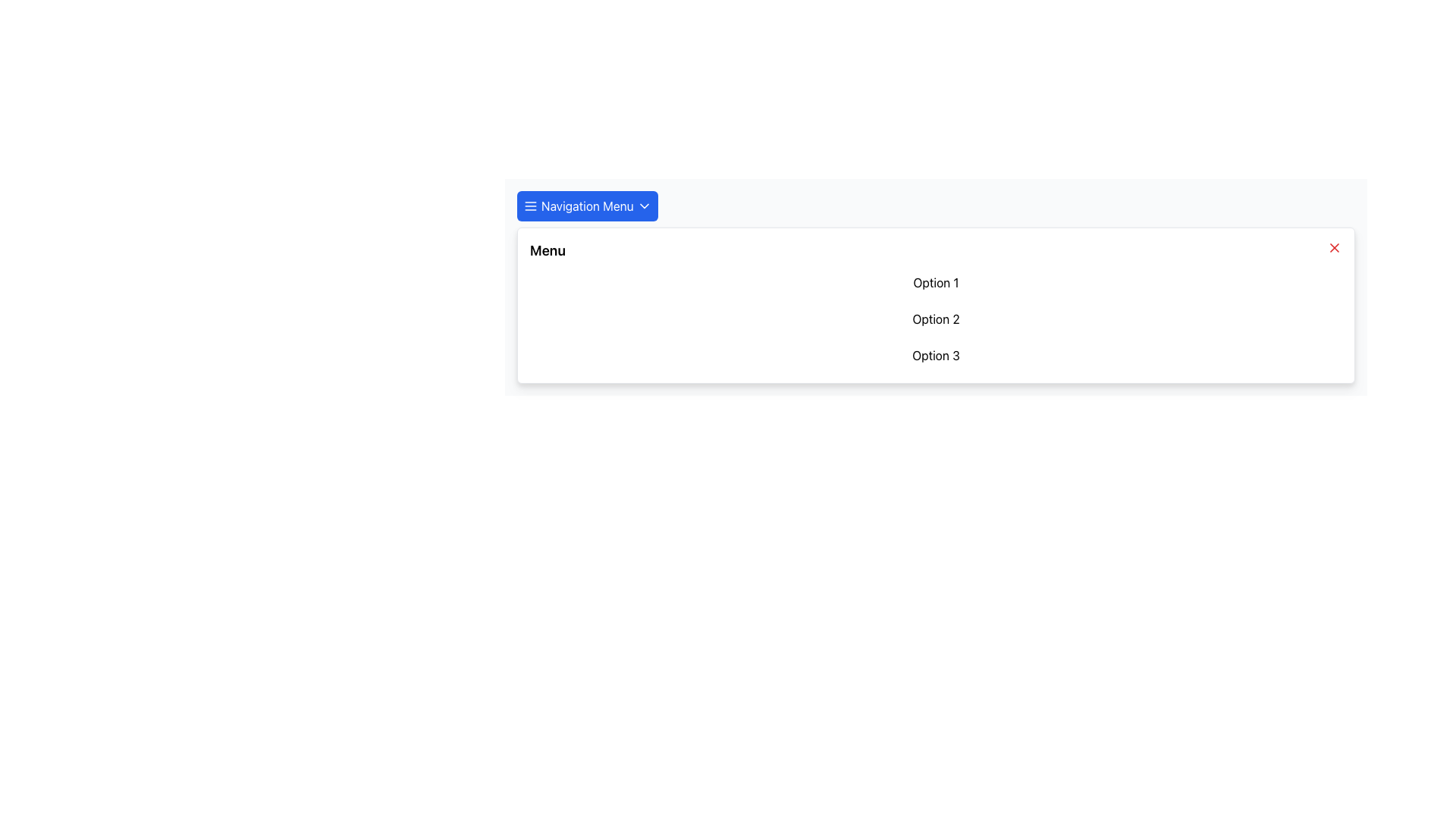 This screenshot has width=1456, height=819. Describe the element at coordinates (1335, 247) in the screenshot. I see `the red 'X' icon button located at the far right of the 'Menu' header` at that location.